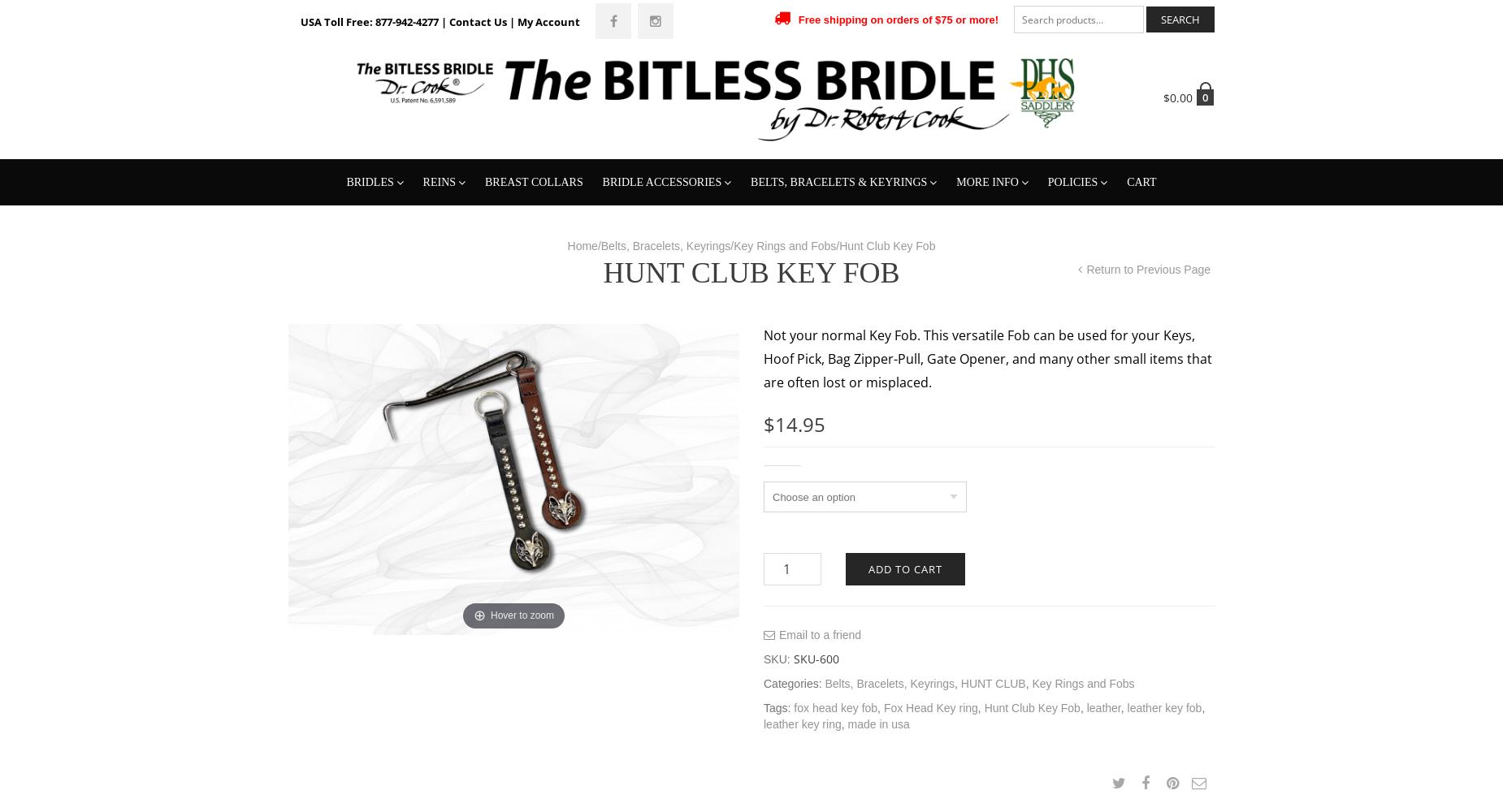 Image resolution: width=1503 pixels, height=812 pixels. I want to click on 'Contact Us', so click(993, 288).